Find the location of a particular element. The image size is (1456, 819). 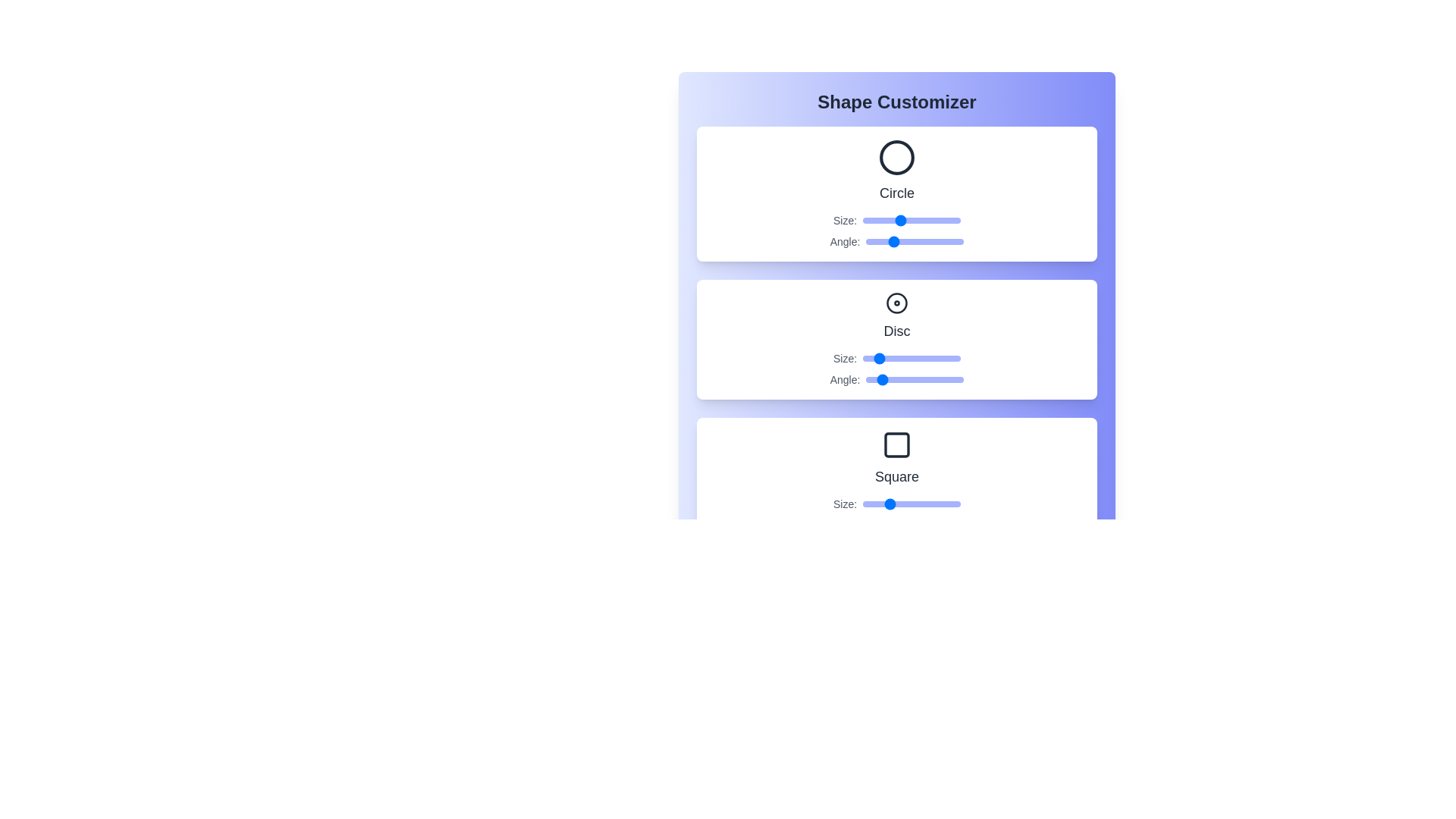

the name of the shape Square is located at coordinates (896, 475).